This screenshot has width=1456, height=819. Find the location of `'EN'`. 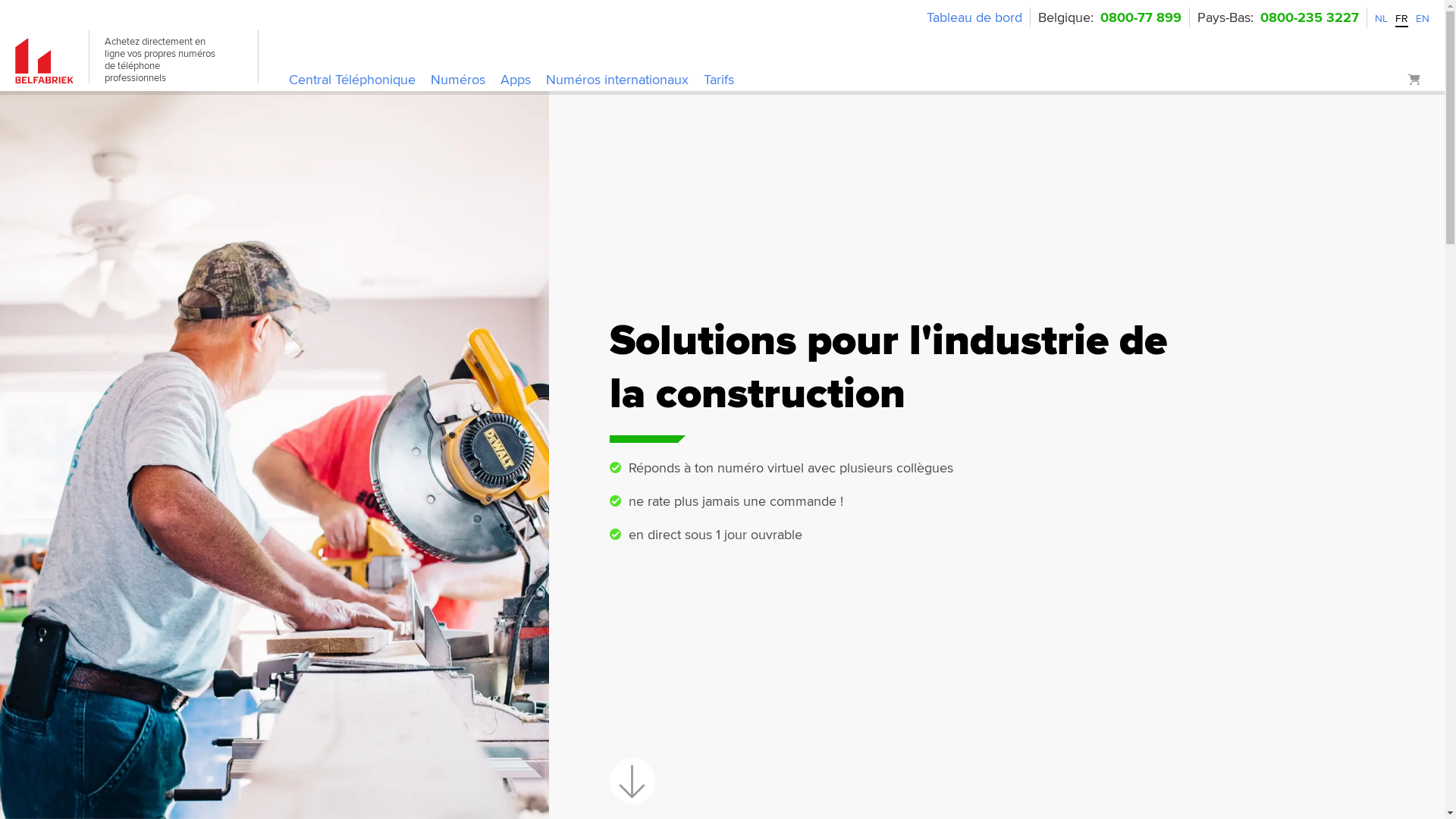

'EN' is located at coordinates (1422, 18).